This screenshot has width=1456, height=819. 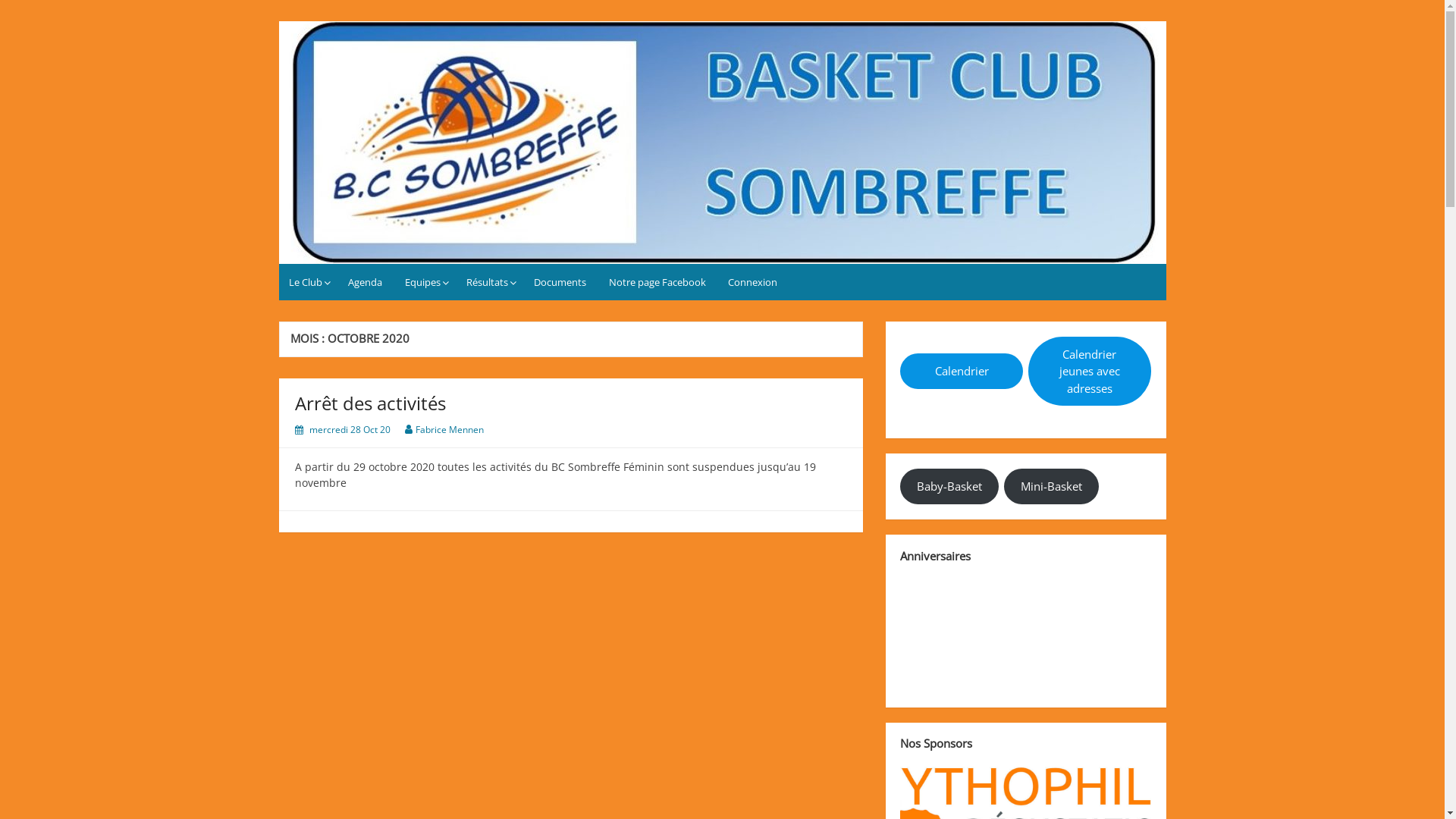 What do you see at coordinates (1088, 371) in the screenshot?
I see `'Calendrier jeunes avec adresses'` at bounding box center [1088, 371].